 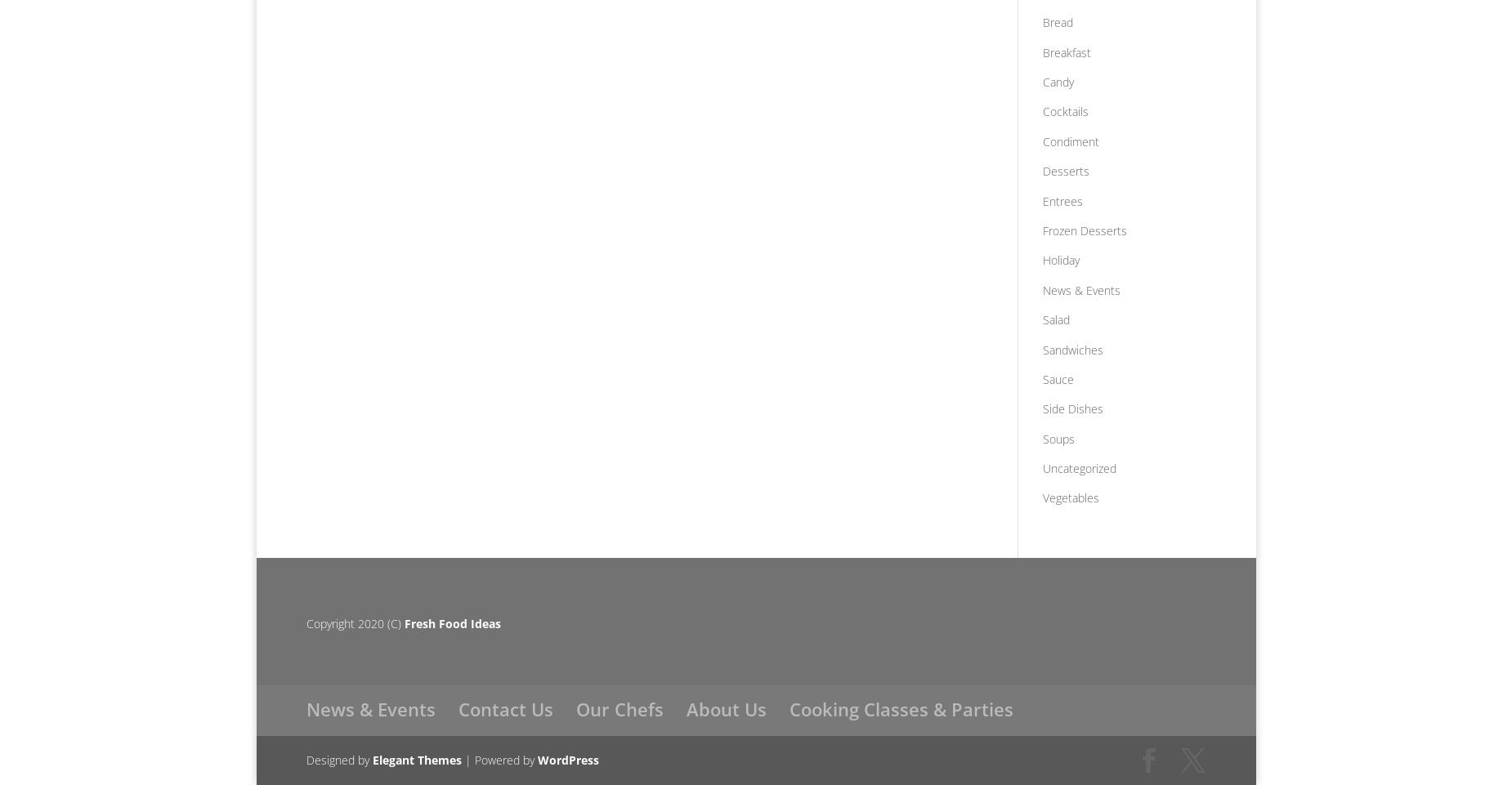 I want to click on 'Contact Us', so click(x=505, y=707).